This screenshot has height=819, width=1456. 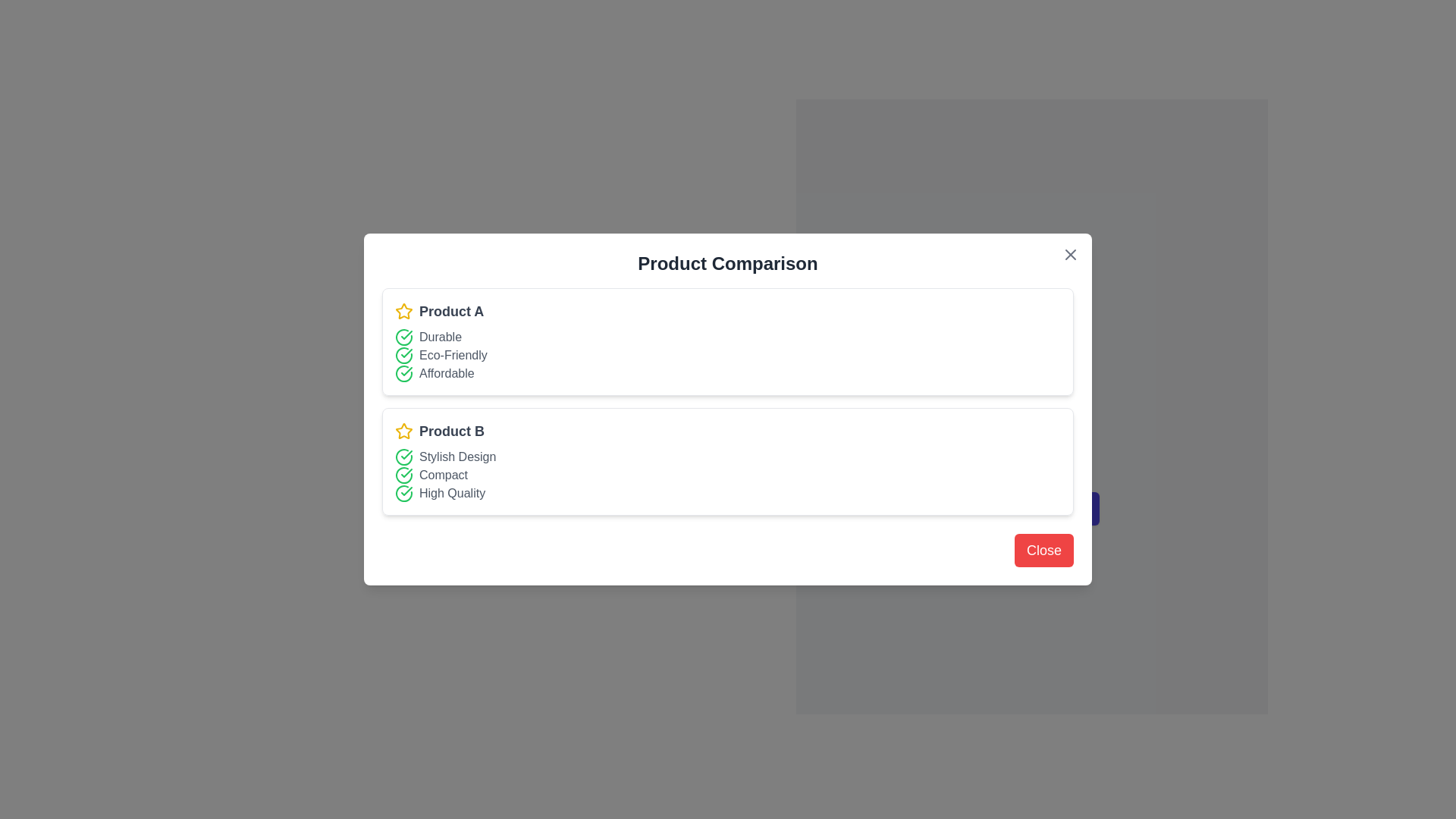 What do you see at coordinates (403, 310) in the screenshot?
I see `the golden star icon with sharp edges located to the left of the 'Product B' title in the product comparison dialog` at bounding box center [403, 310].